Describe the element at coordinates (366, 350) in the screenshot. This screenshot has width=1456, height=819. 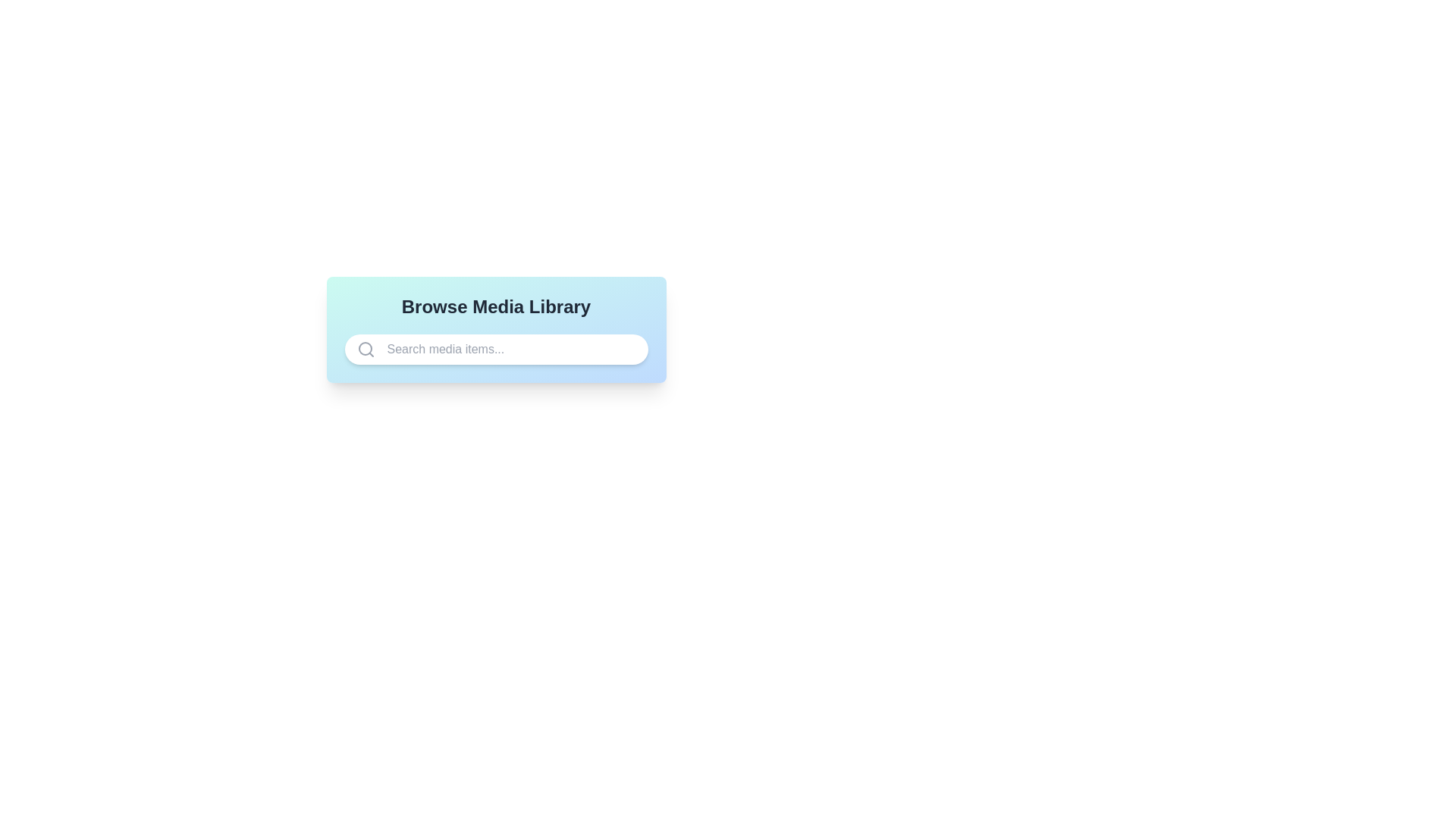
I see `the search icon located on the left side of the rounded box` at that location.